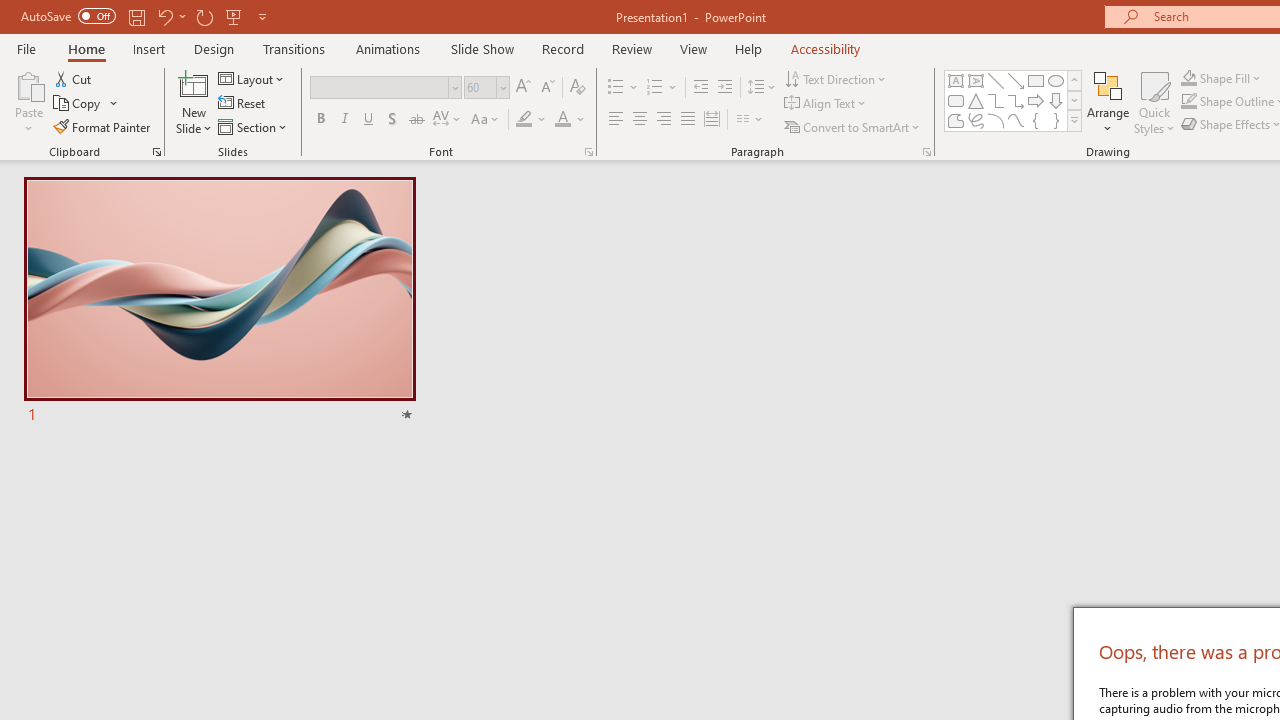 This screenshot has width=1280, height=720. I want to click on 'Arrow: Down', so click(1055, 100).